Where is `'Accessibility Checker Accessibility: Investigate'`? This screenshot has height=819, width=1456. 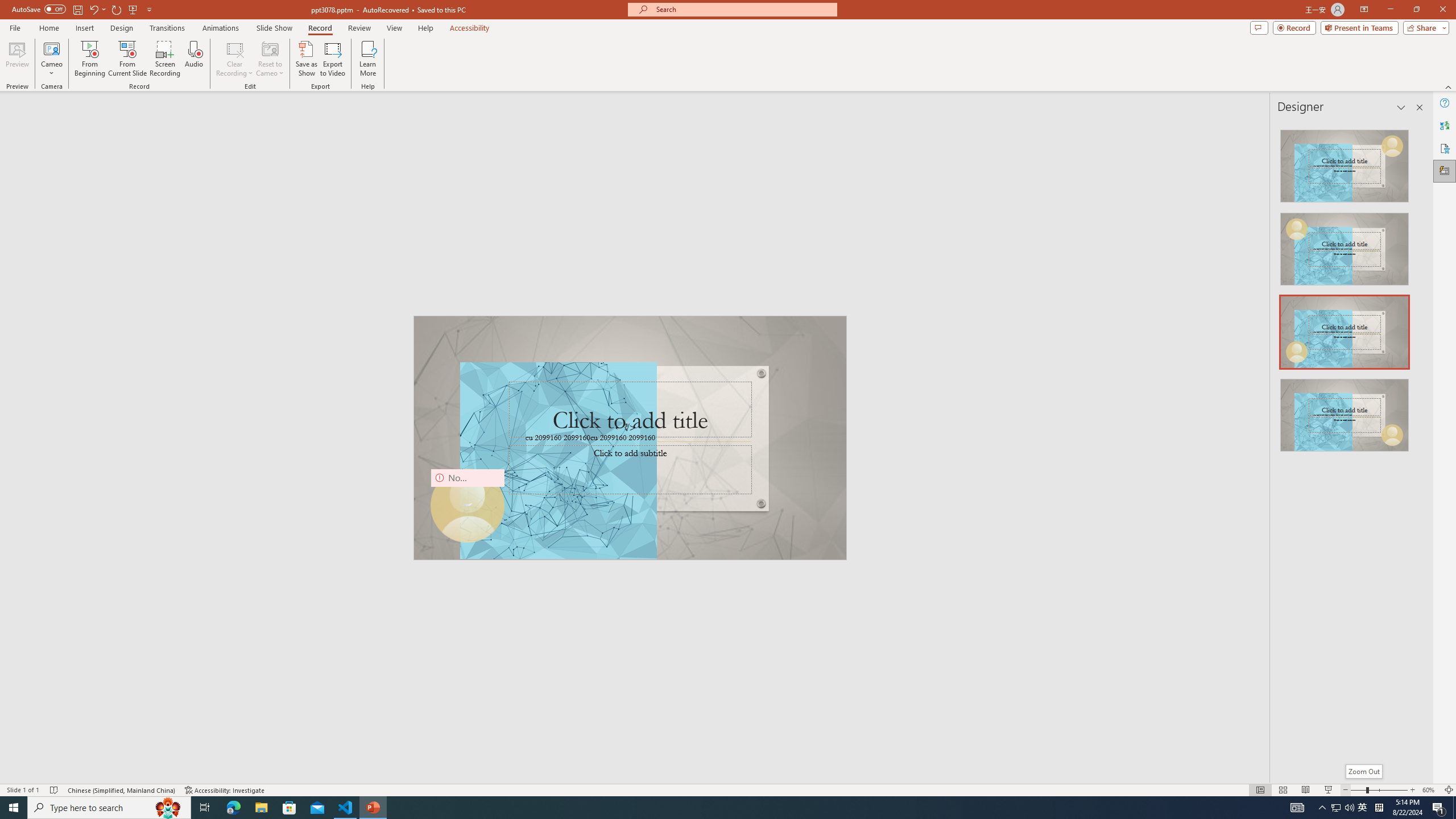
'Accessibility Checker Accessibility: Investigate' is located at coordinates (225, 790).